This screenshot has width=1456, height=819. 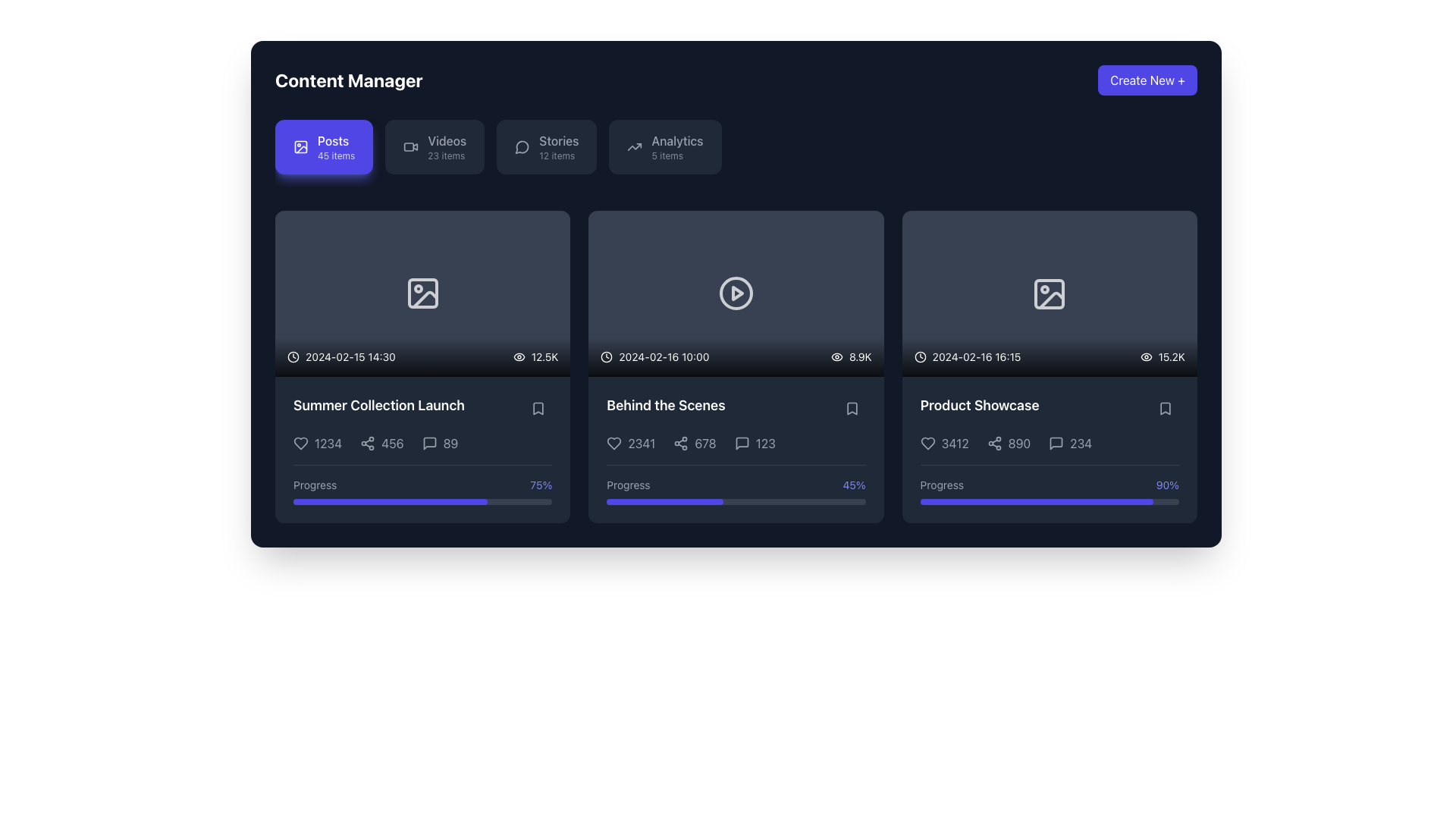 I want to click on diagonal line segment of the mountain icon located in the third card of the content manager interface using developer tools, so click(x=1051, y=300).